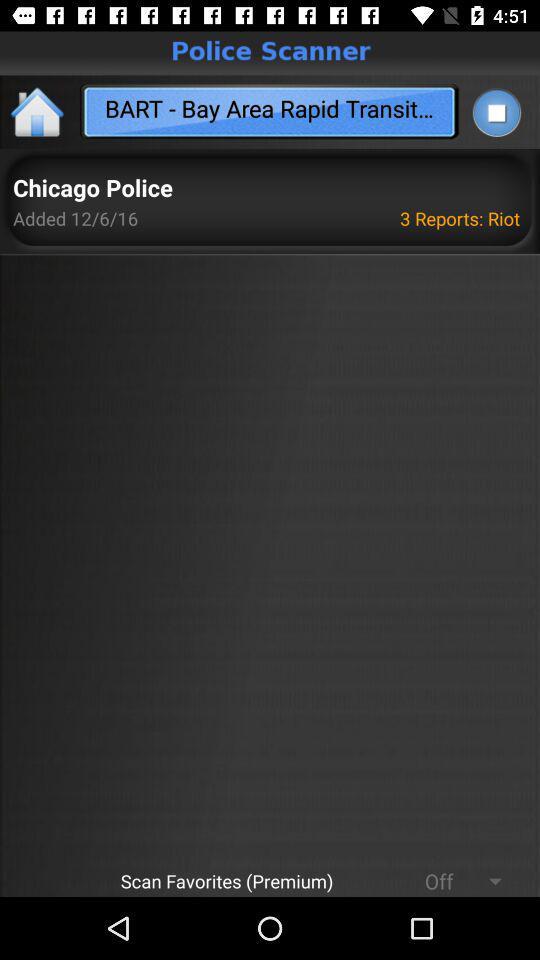 This screenshot has width=540, height=960. Describe the element at coordinates (38, 111) in the screenshot. I see `return home` at that location.